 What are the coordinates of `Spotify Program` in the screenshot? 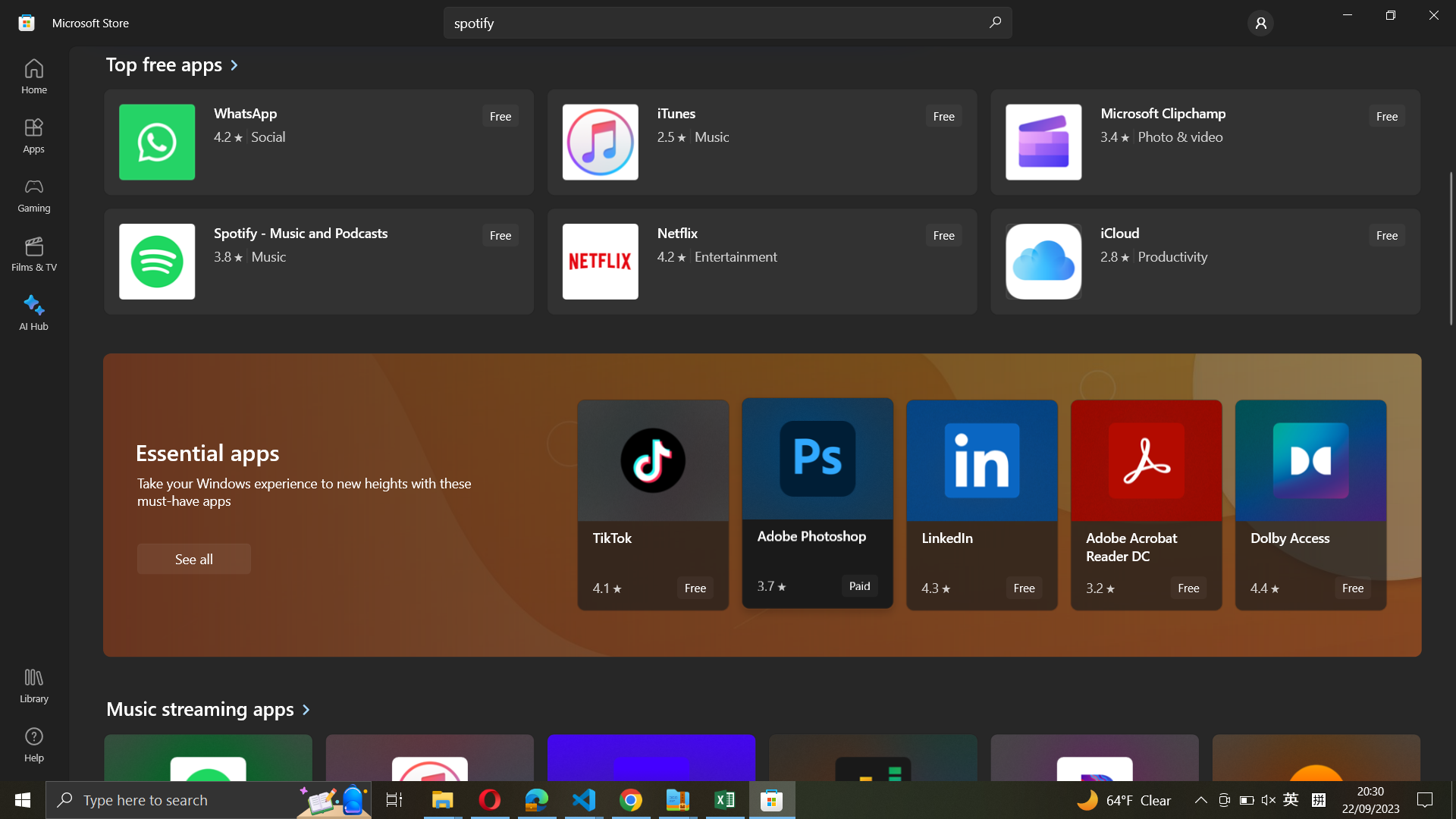 It's located at (315, 259).